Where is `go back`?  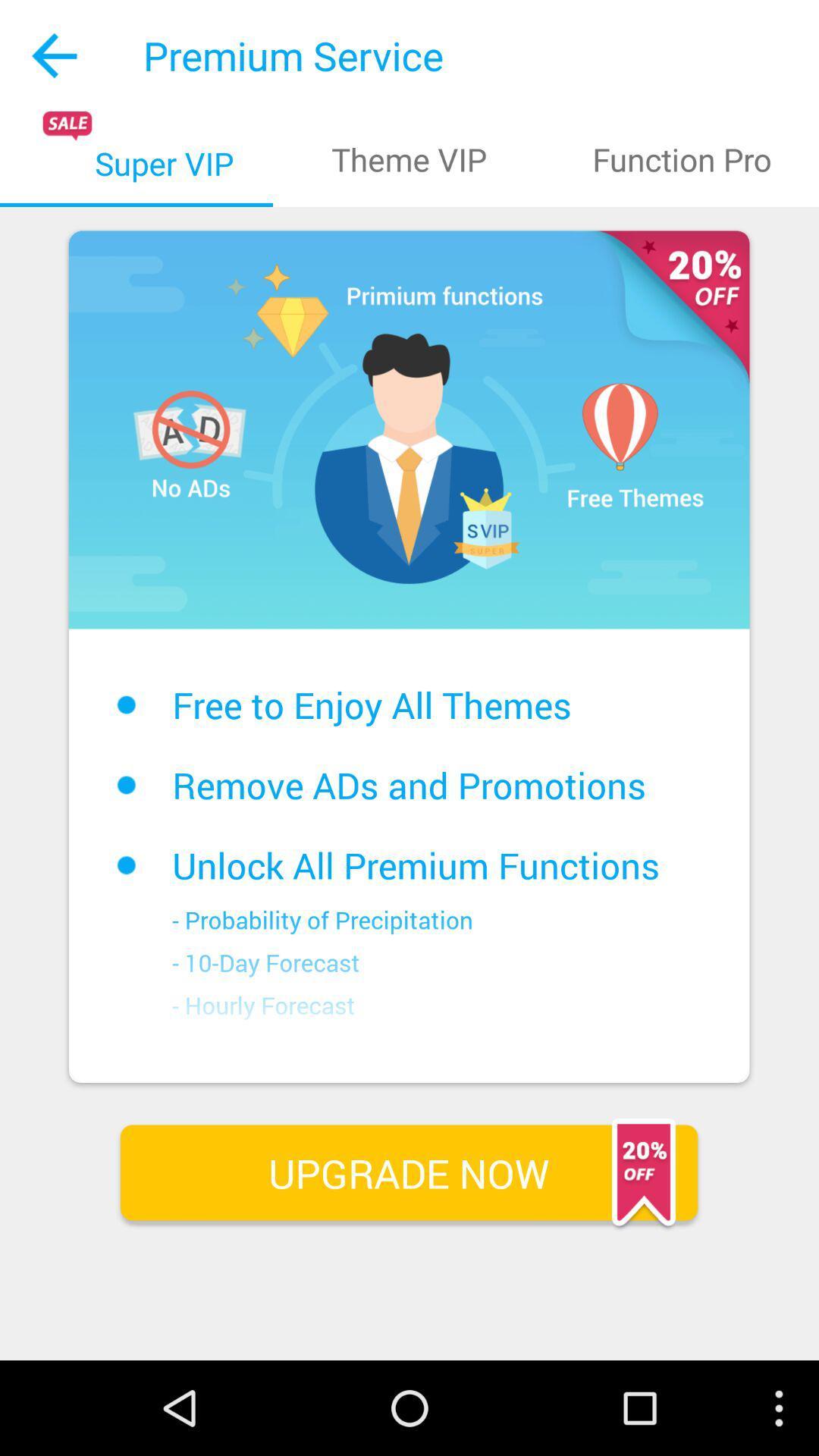 go back is located at coordinates (55, 55).